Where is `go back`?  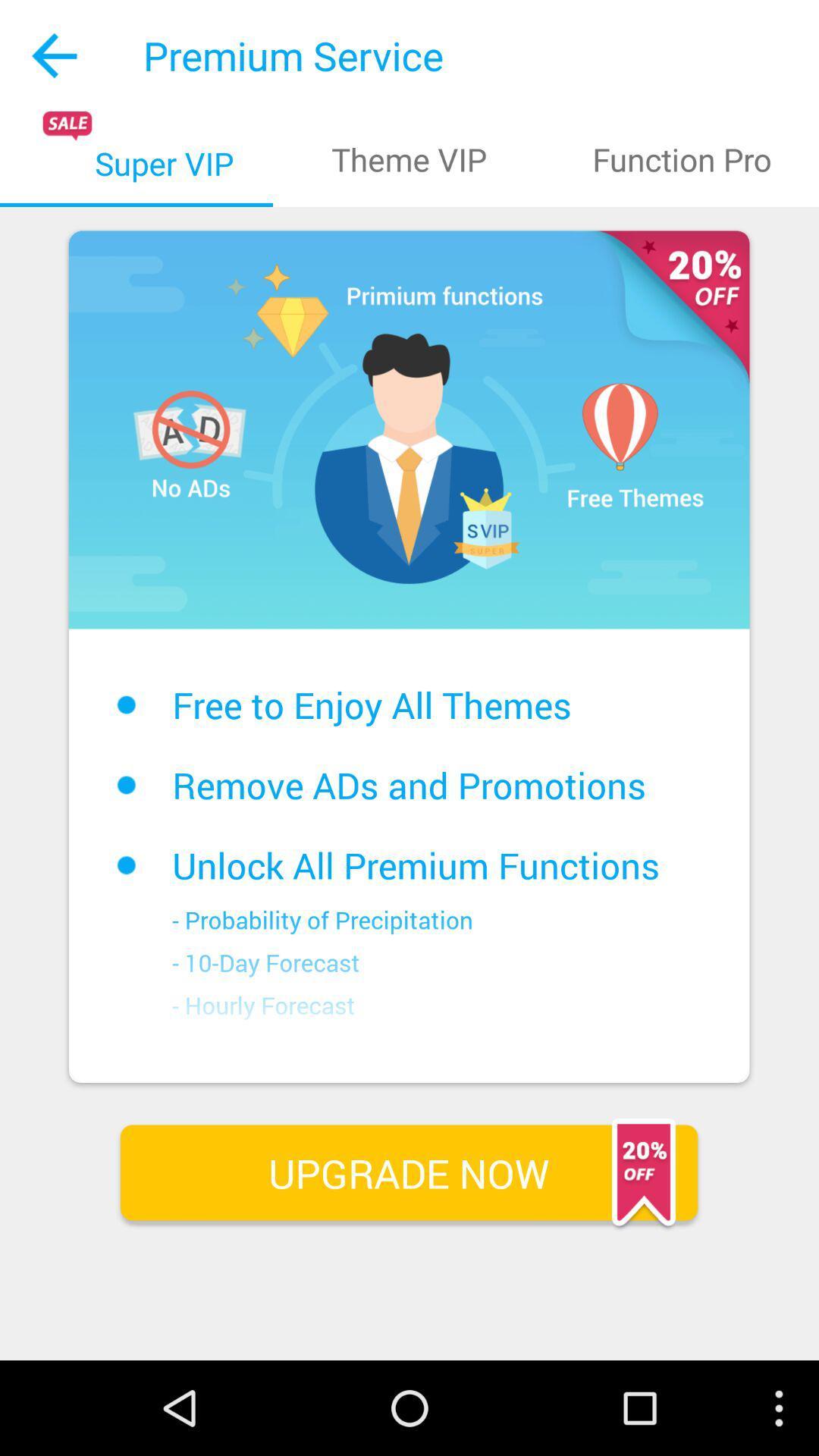 go back is located at coordinates (55, 55).